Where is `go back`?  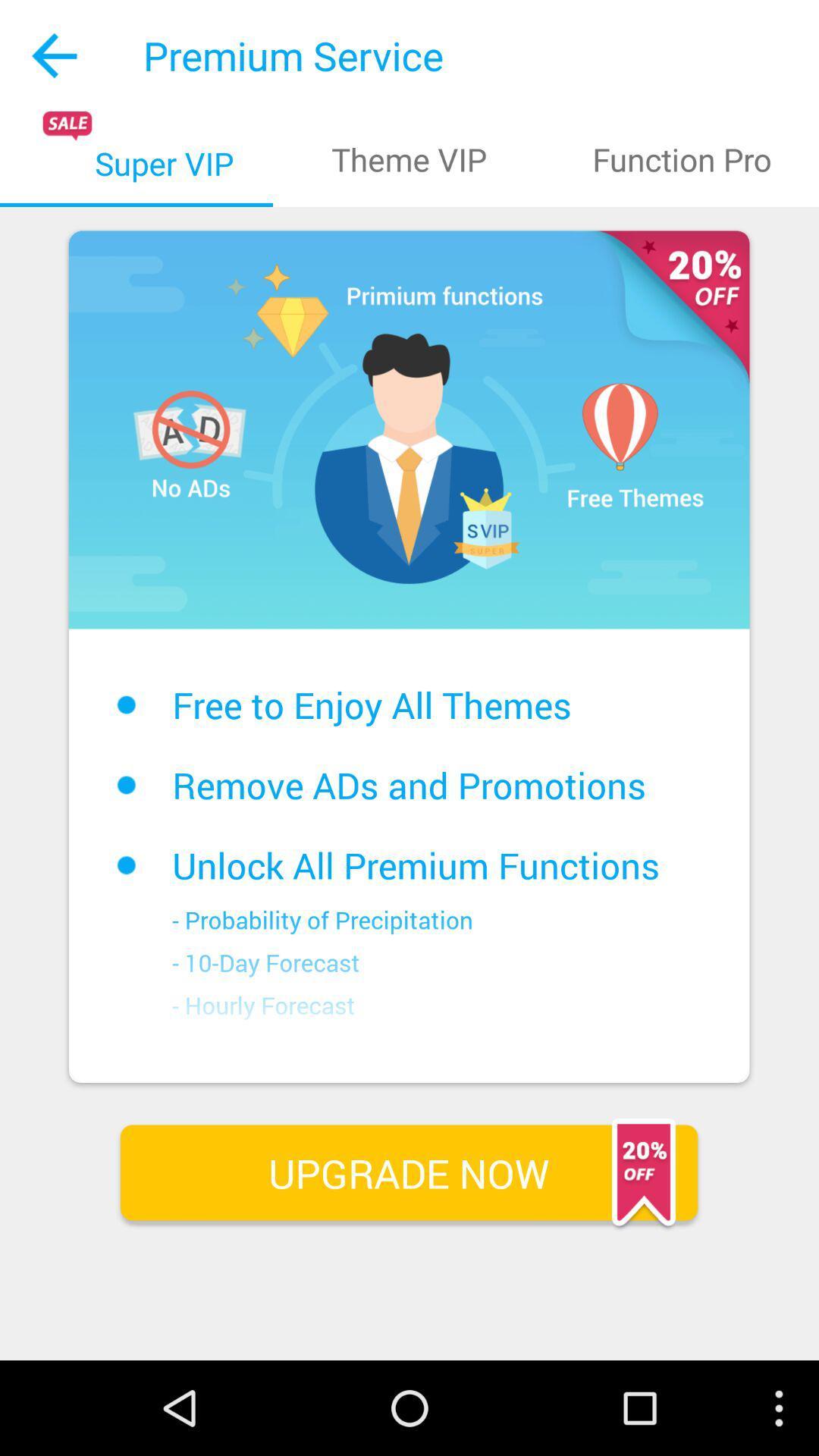 go back is located at coordinates (55, 55).